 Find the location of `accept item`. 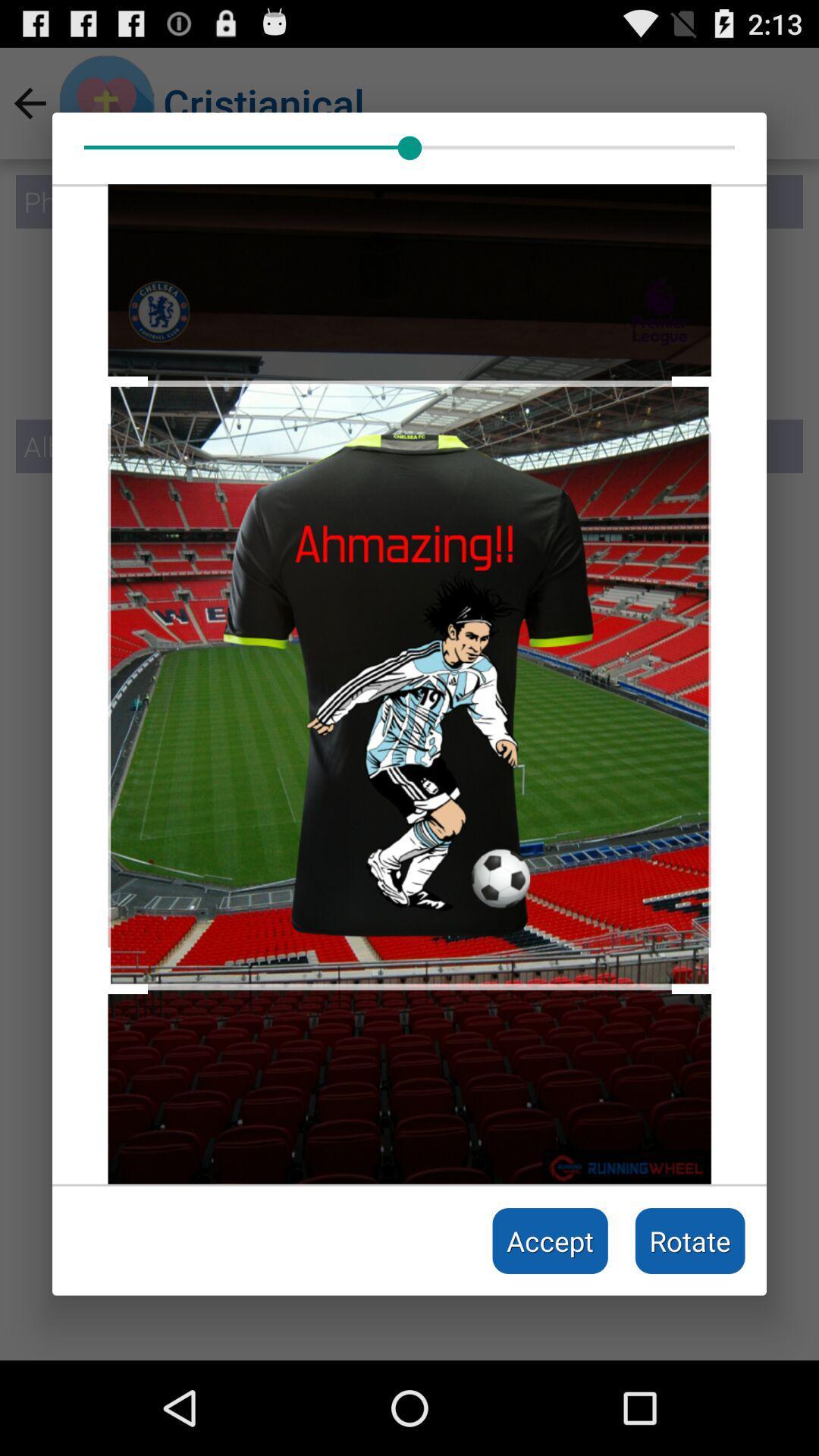

accept item is located at coordinates (550, 1241).